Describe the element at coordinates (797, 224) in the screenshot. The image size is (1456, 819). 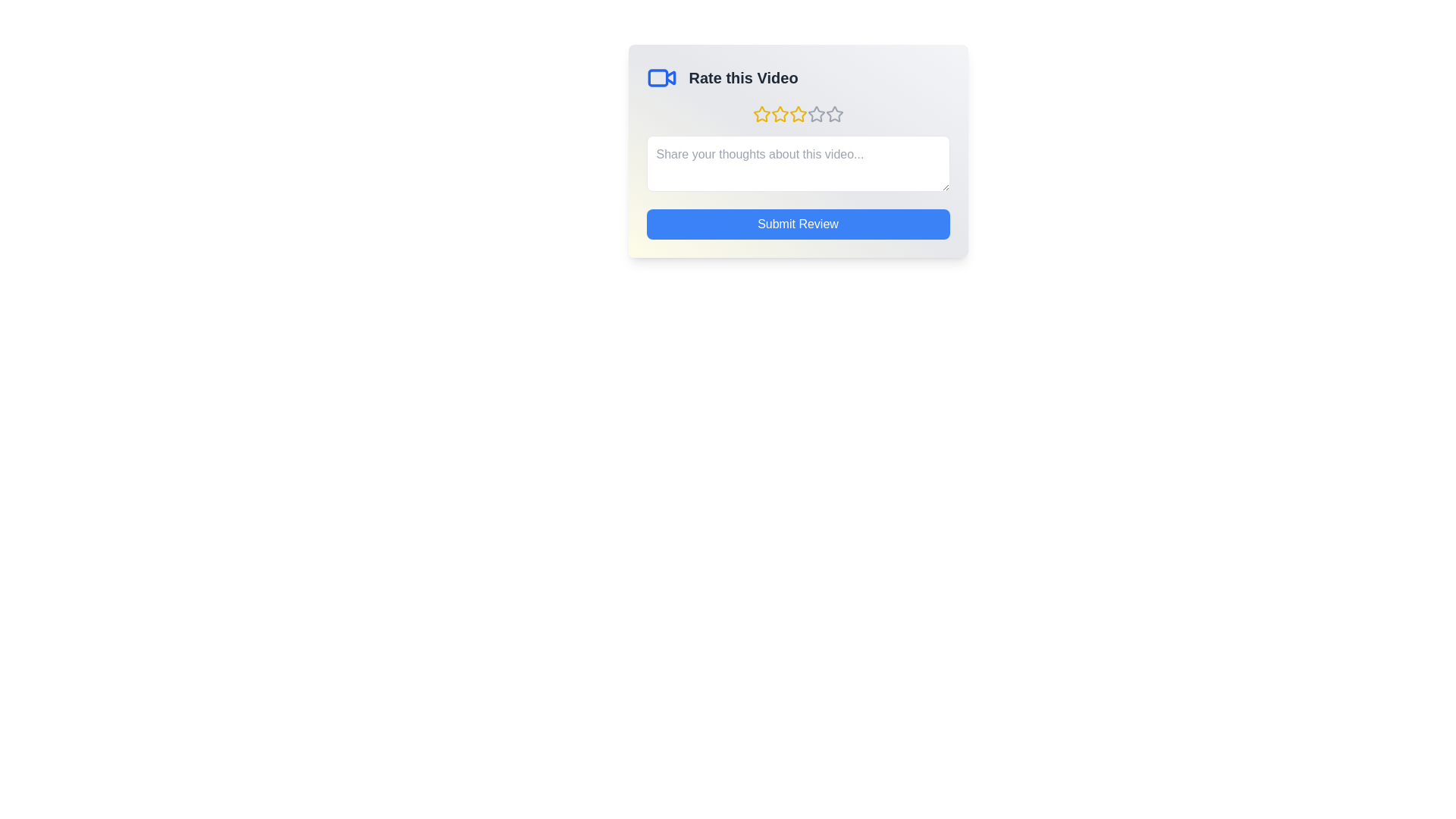
I see `the 'Submit Review' button to submit the rating` at that location.